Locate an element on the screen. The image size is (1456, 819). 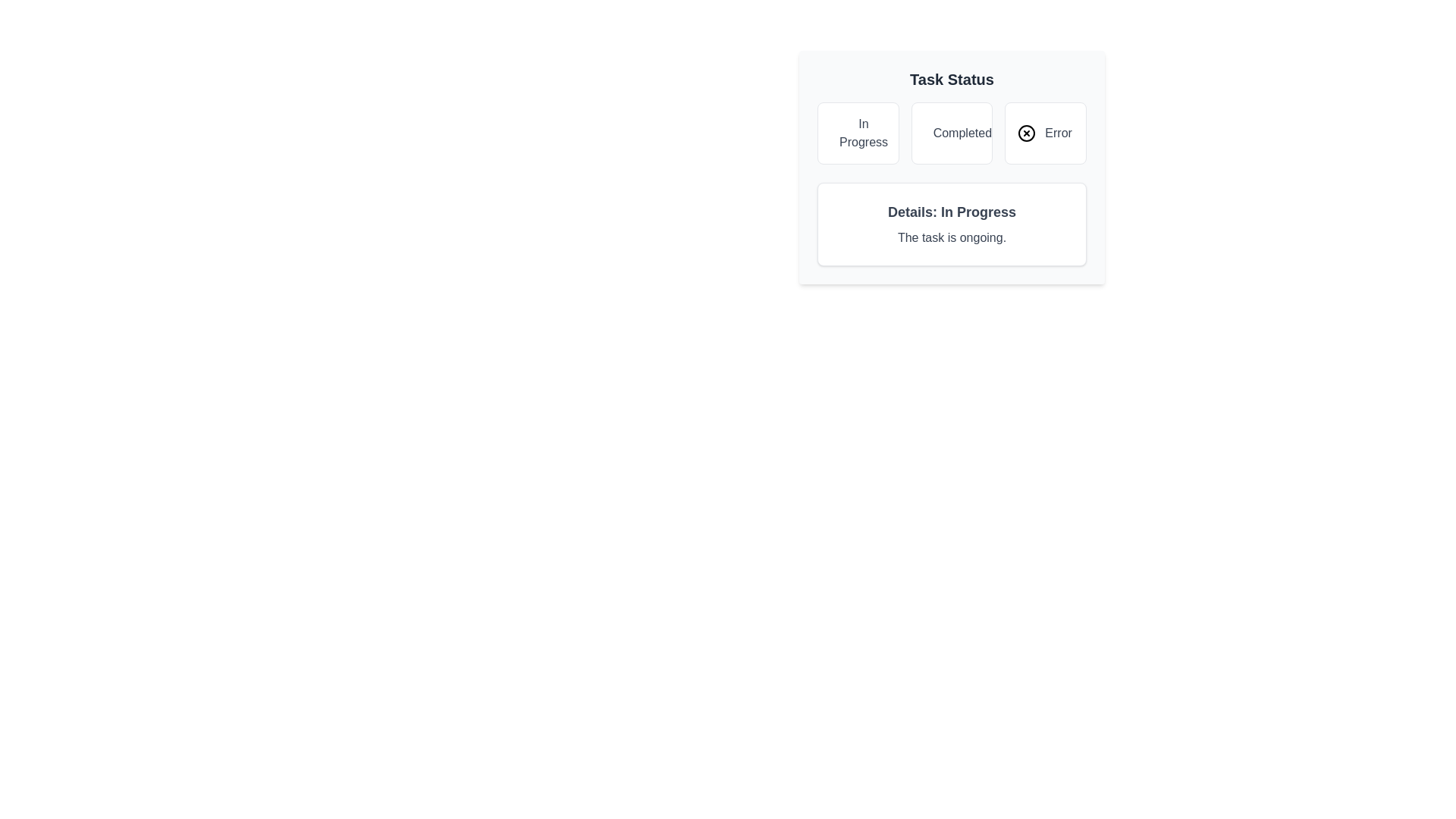
the Text Label that displays the current status of a task as 'In Progress', located above the secondary text line 'The task is ongoing' is located at coordinates (951, 212).